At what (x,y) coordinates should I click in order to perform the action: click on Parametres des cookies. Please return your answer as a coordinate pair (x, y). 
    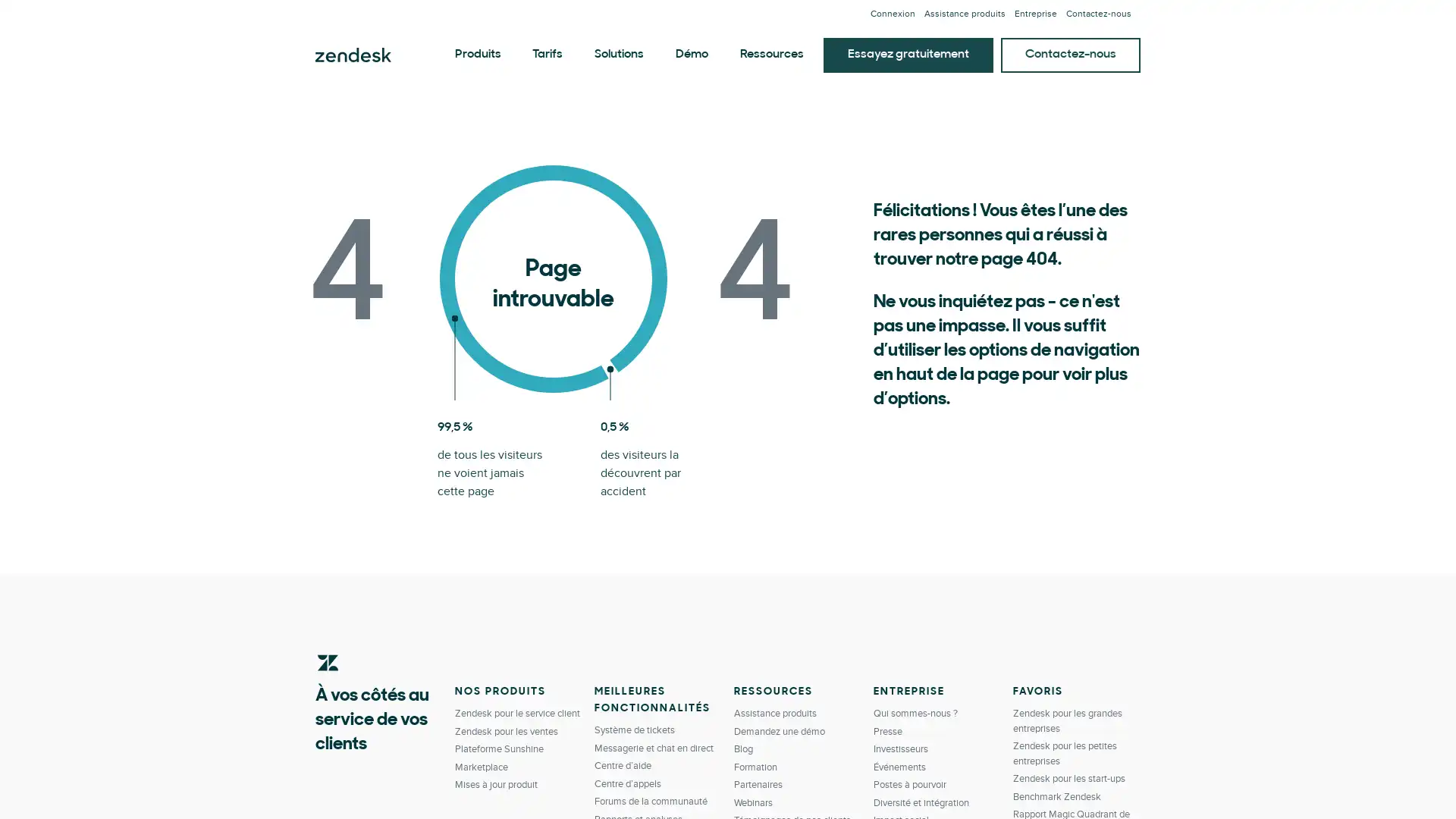
    Looking at the image, I should click on (1175, 780).